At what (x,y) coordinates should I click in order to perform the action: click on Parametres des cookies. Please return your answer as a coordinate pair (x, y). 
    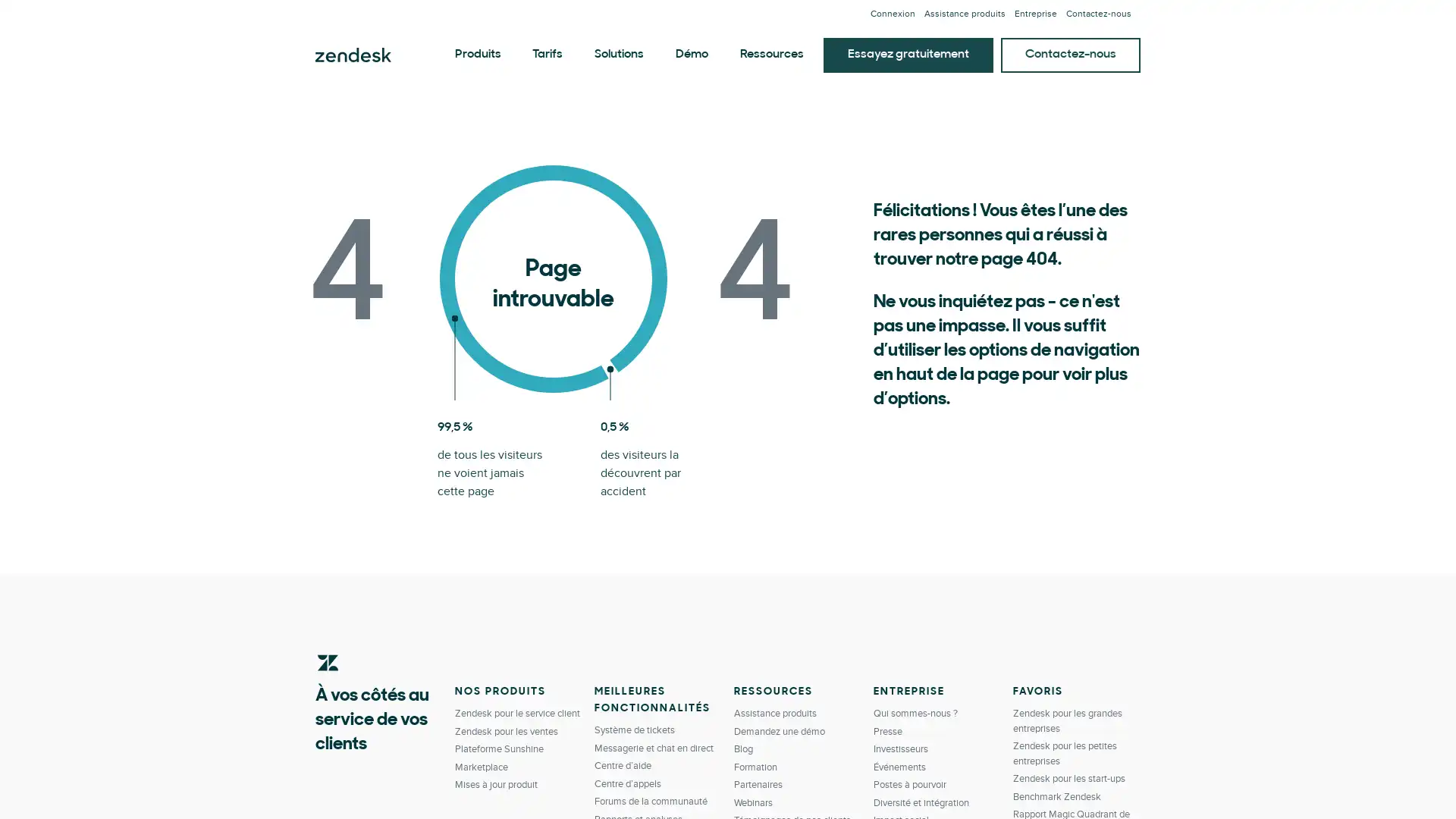
    Looking at the image, I should click on (1175, 780).